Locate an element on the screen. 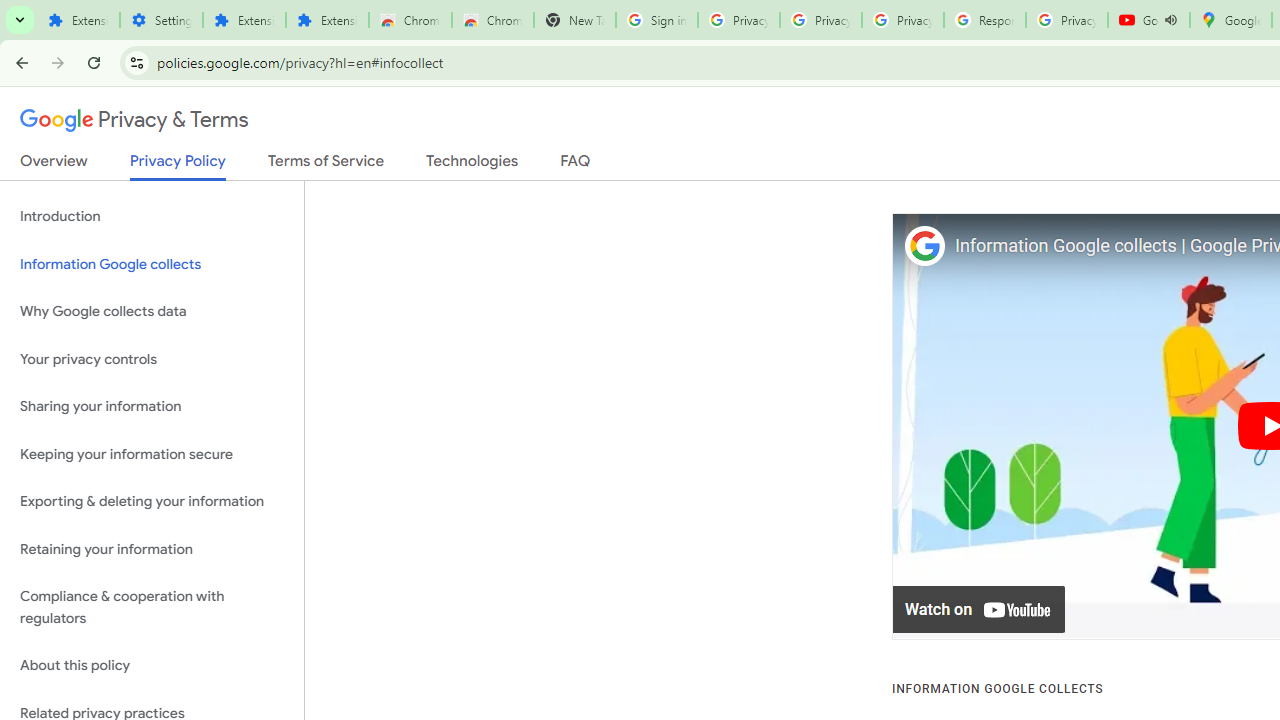 The image size is (1280, 720). 'Introduction' is located at coordinates (151, 217).